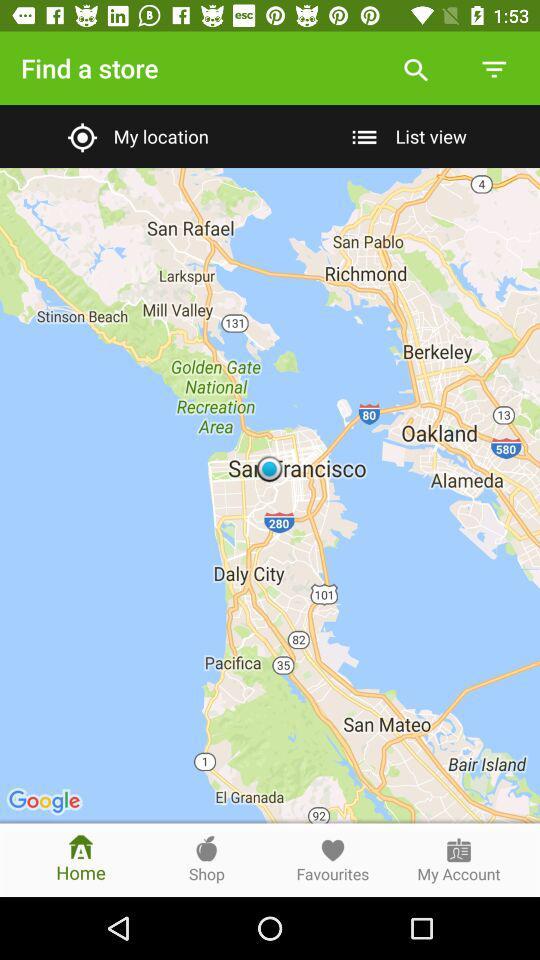 The height and width of the screenshot is (960, 540). Describe the element at coordinates (405, 135) in the screenshot. I see `item next to my location item` at that location.